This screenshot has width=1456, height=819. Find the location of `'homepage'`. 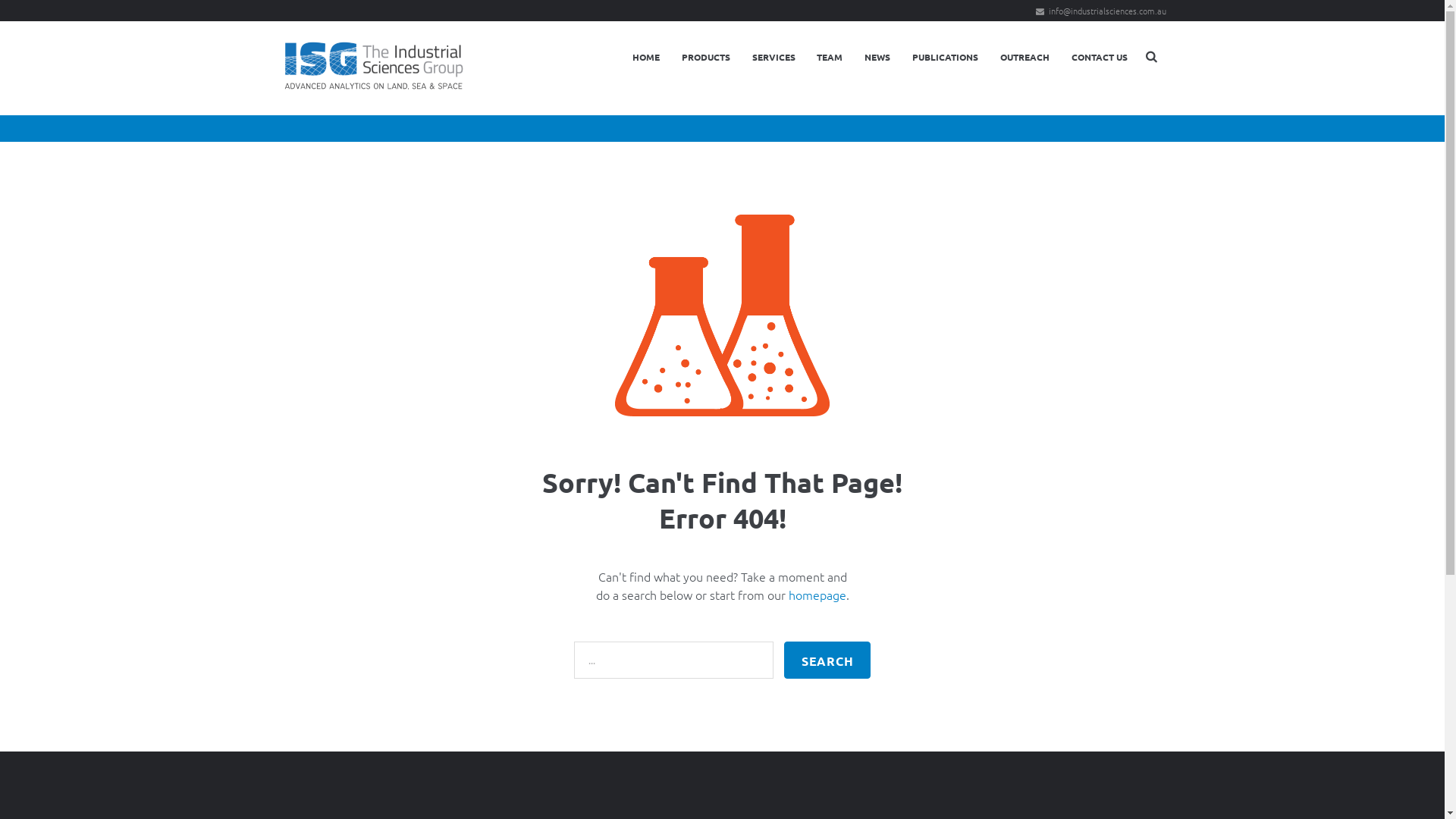

'homepage' is located at coordinates (817, 593).